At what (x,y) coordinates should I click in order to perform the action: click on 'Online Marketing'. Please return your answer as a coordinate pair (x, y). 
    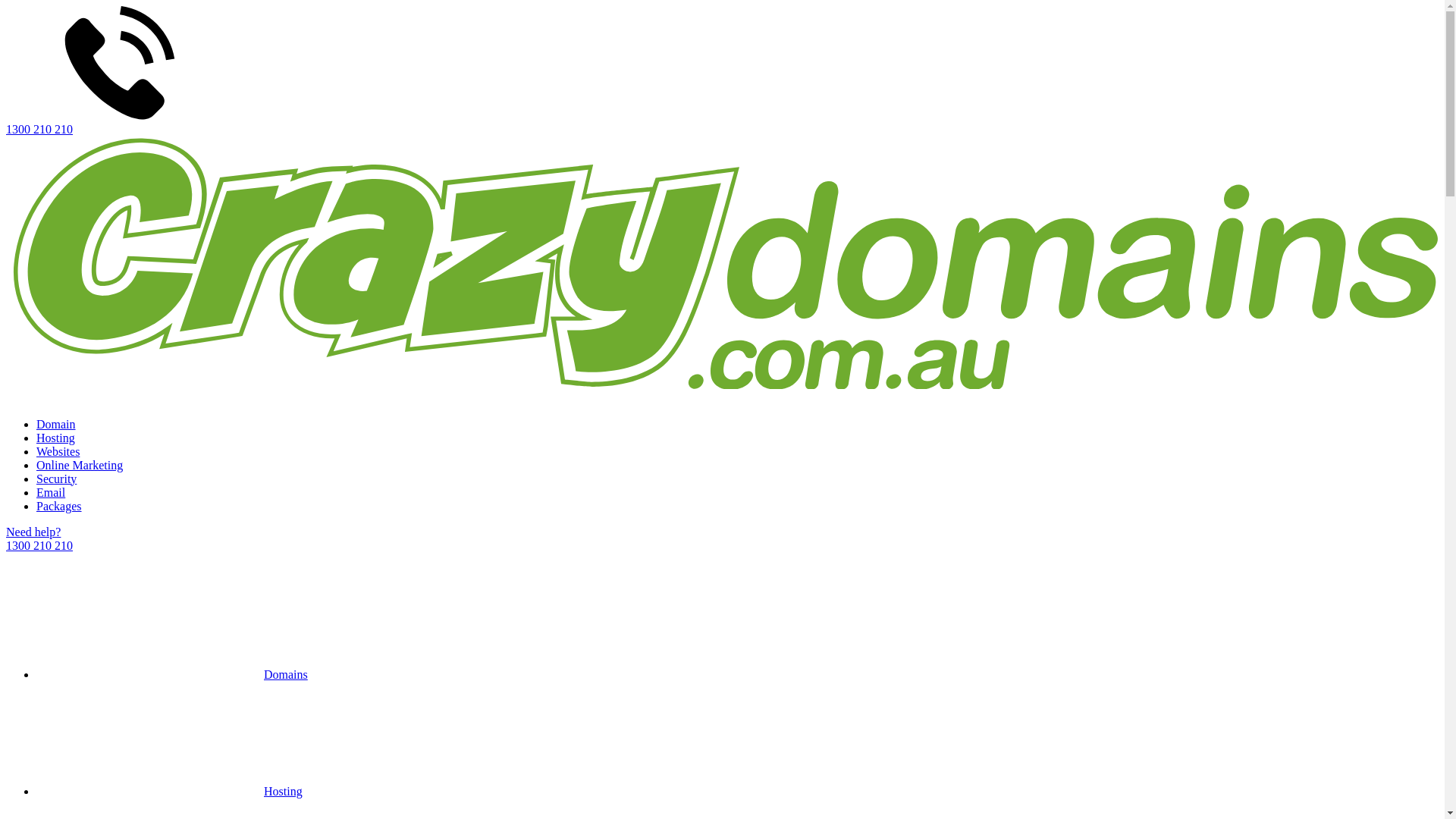
    Looking at the image, I should click on (79, 464).